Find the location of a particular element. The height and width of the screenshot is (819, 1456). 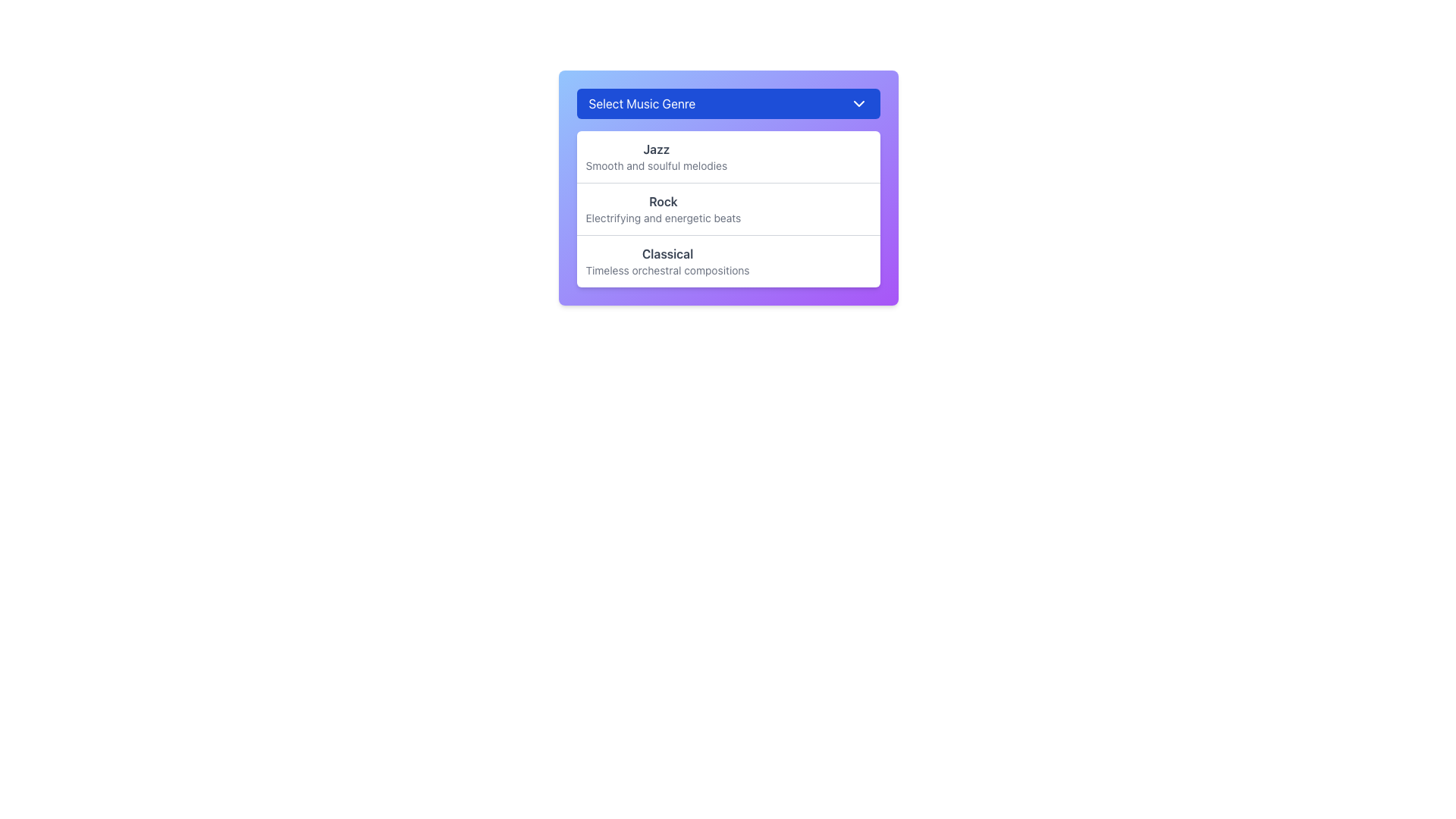

the second selectable option in the dropdown menu for musical genres is located at coordinates (728, 209).